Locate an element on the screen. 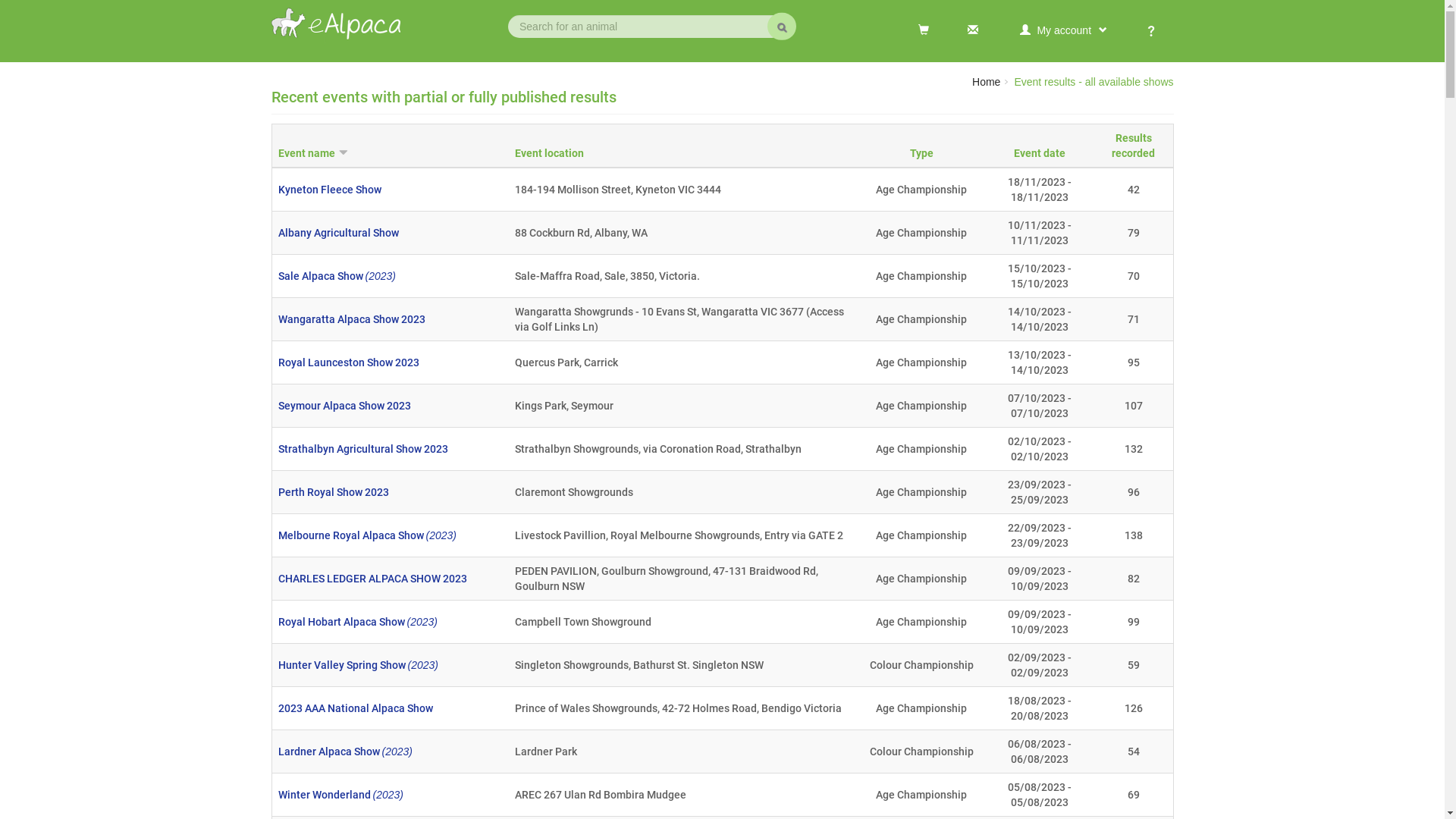 The width and height of the screenshot is (1456, 819). 'Home' is located at coordinates (971, 82).